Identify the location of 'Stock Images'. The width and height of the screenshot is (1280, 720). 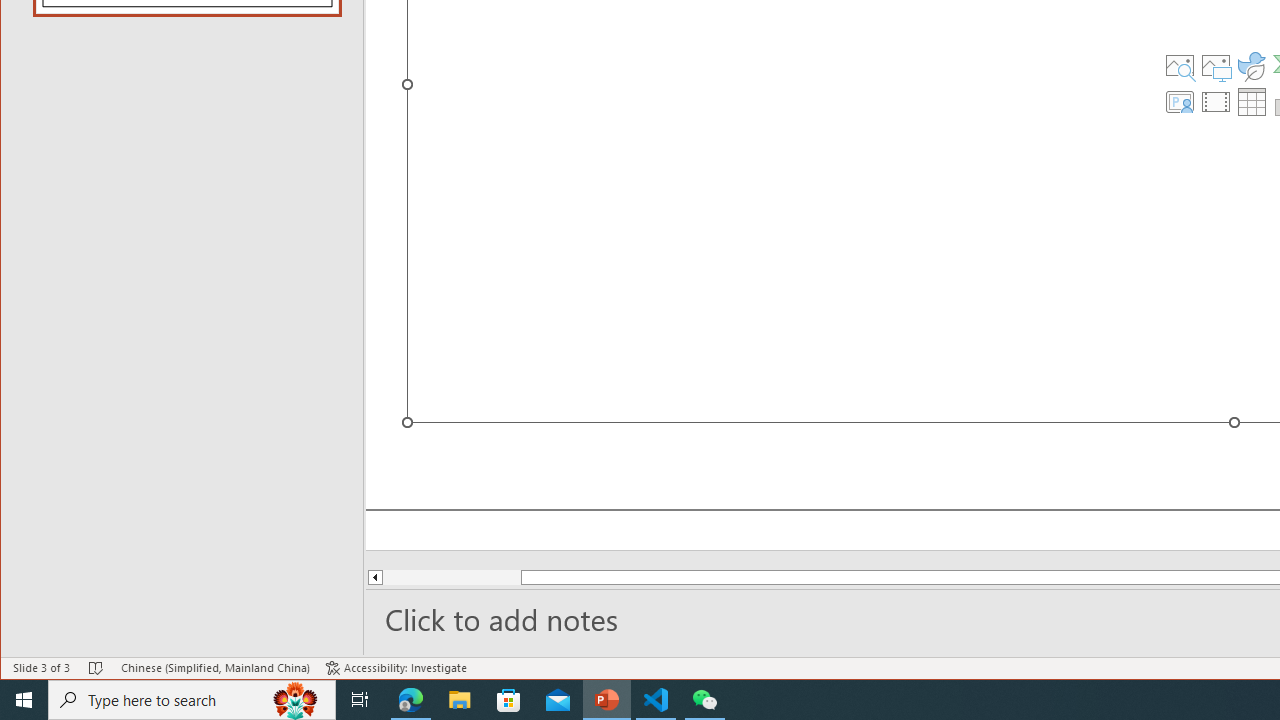
(1179, 64).